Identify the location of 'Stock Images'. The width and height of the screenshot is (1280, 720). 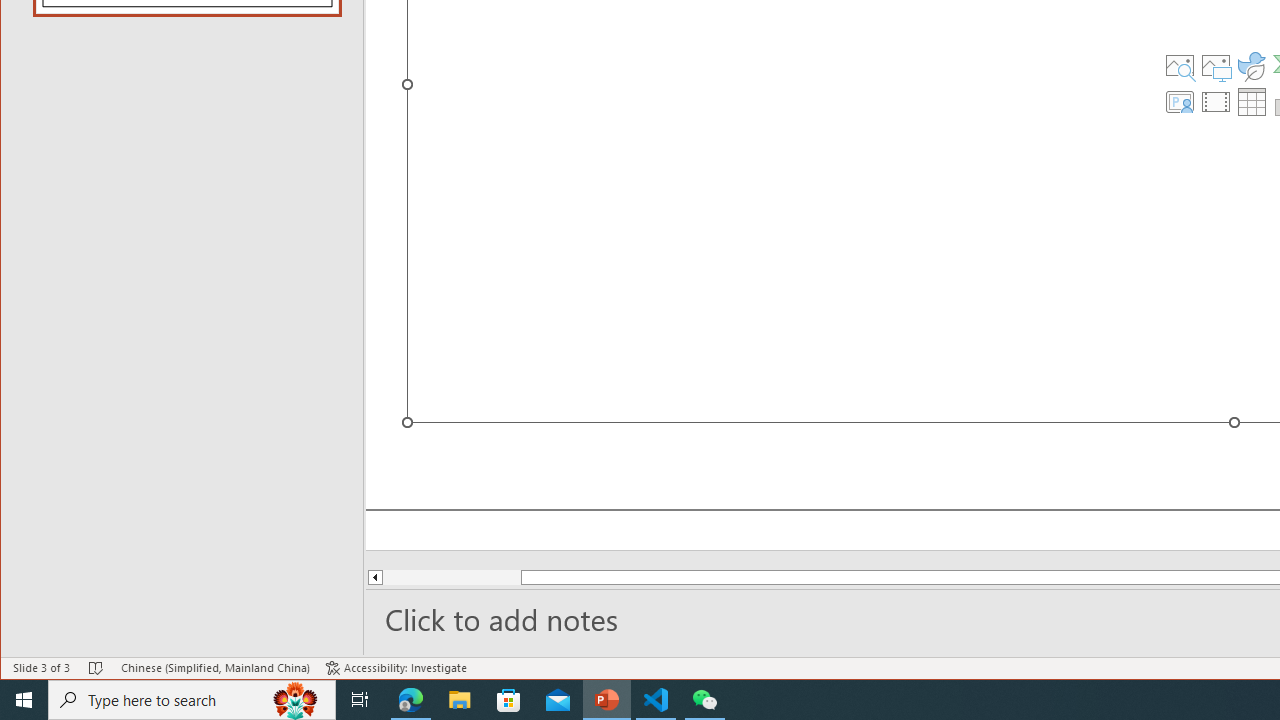
(1179, 64).